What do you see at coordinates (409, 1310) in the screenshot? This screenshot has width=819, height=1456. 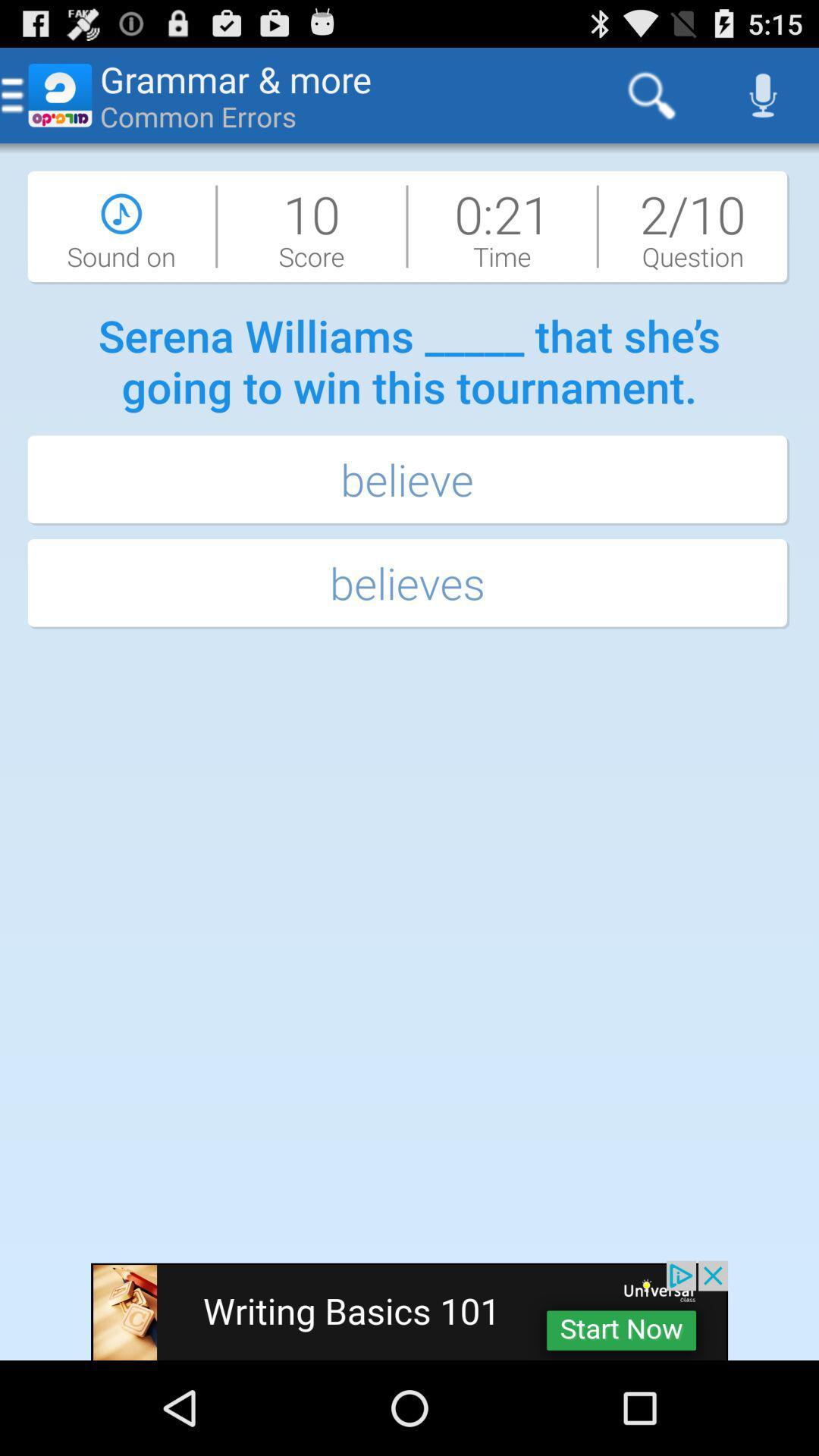 I see `select` at bounding box center [409, 1310].